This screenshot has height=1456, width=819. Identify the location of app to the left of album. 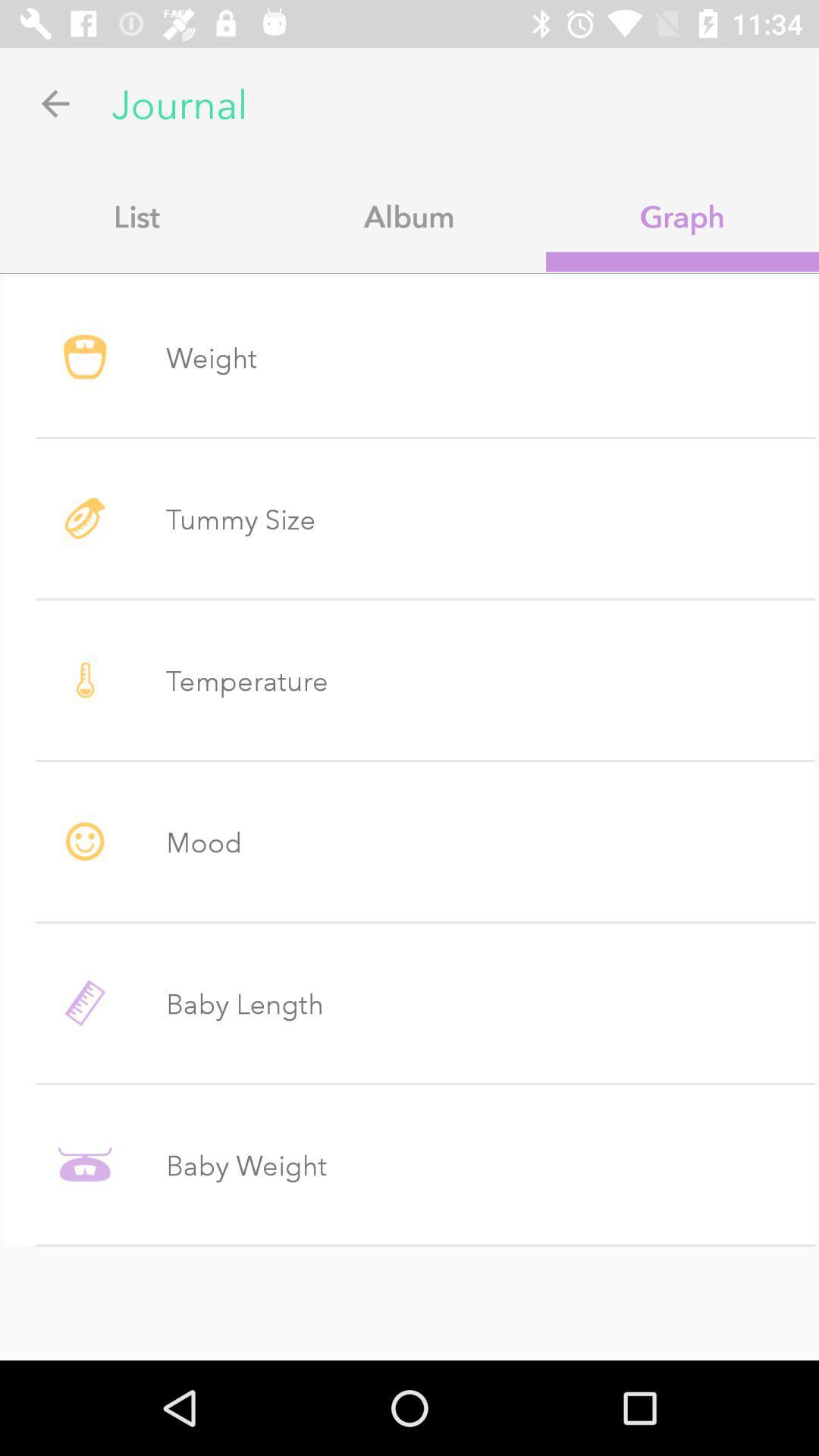
(136, 215).